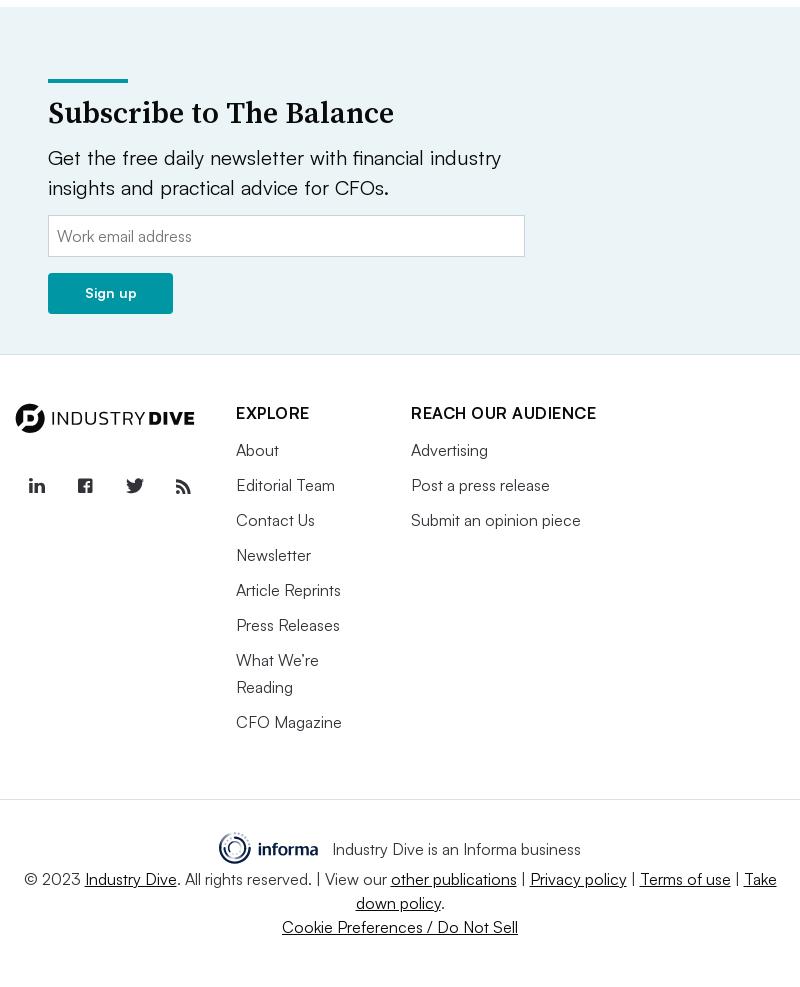  Describe the element at coordinates (502, 412) in the screenshot. I see `'Reach our audience'` at that location.